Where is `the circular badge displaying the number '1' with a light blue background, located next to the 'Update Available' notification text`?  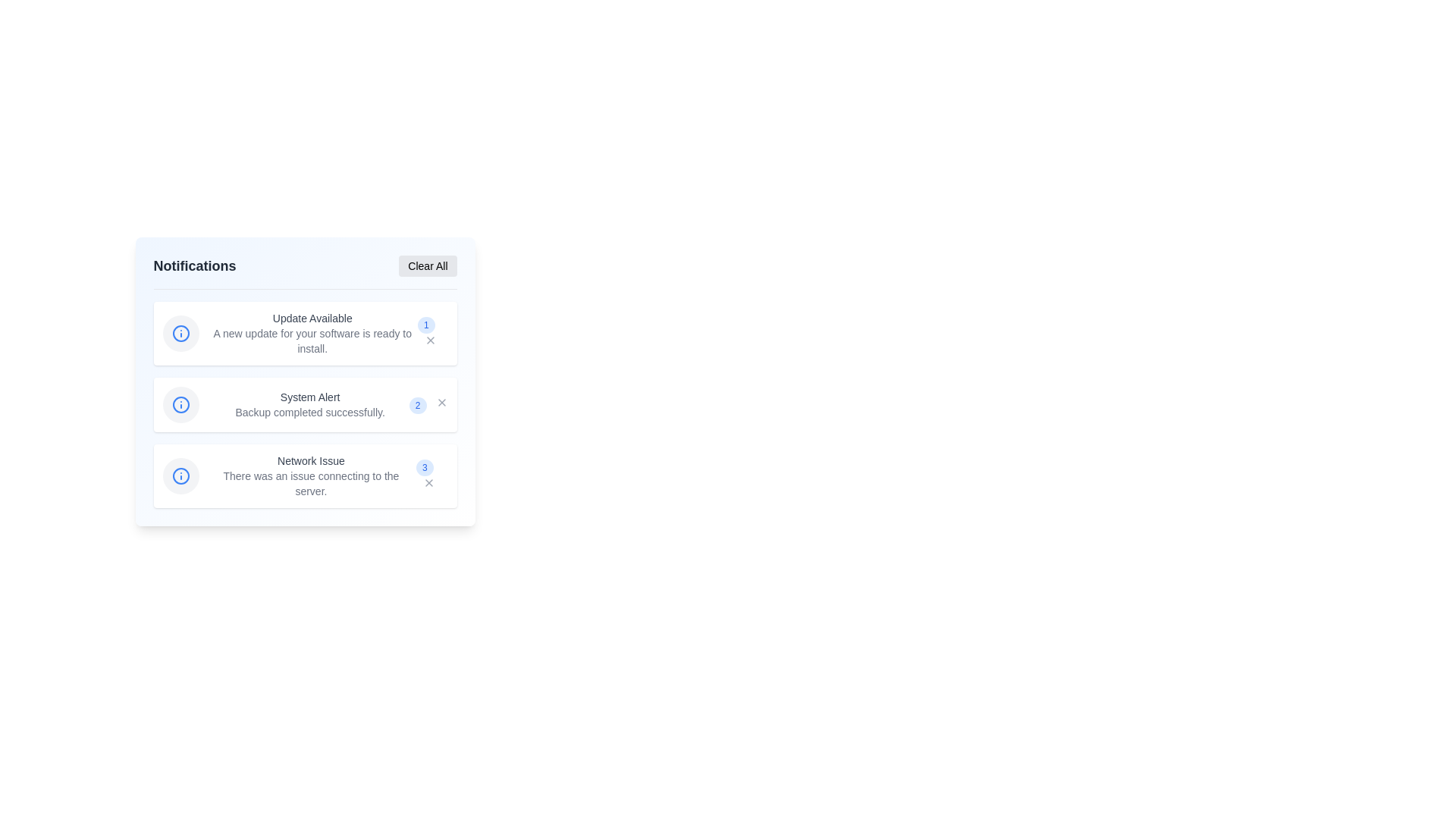
the circular badge displaying the number '1' with a light blue background, located next to the 'Update Available' notification text is located at coordinates (430, 332).